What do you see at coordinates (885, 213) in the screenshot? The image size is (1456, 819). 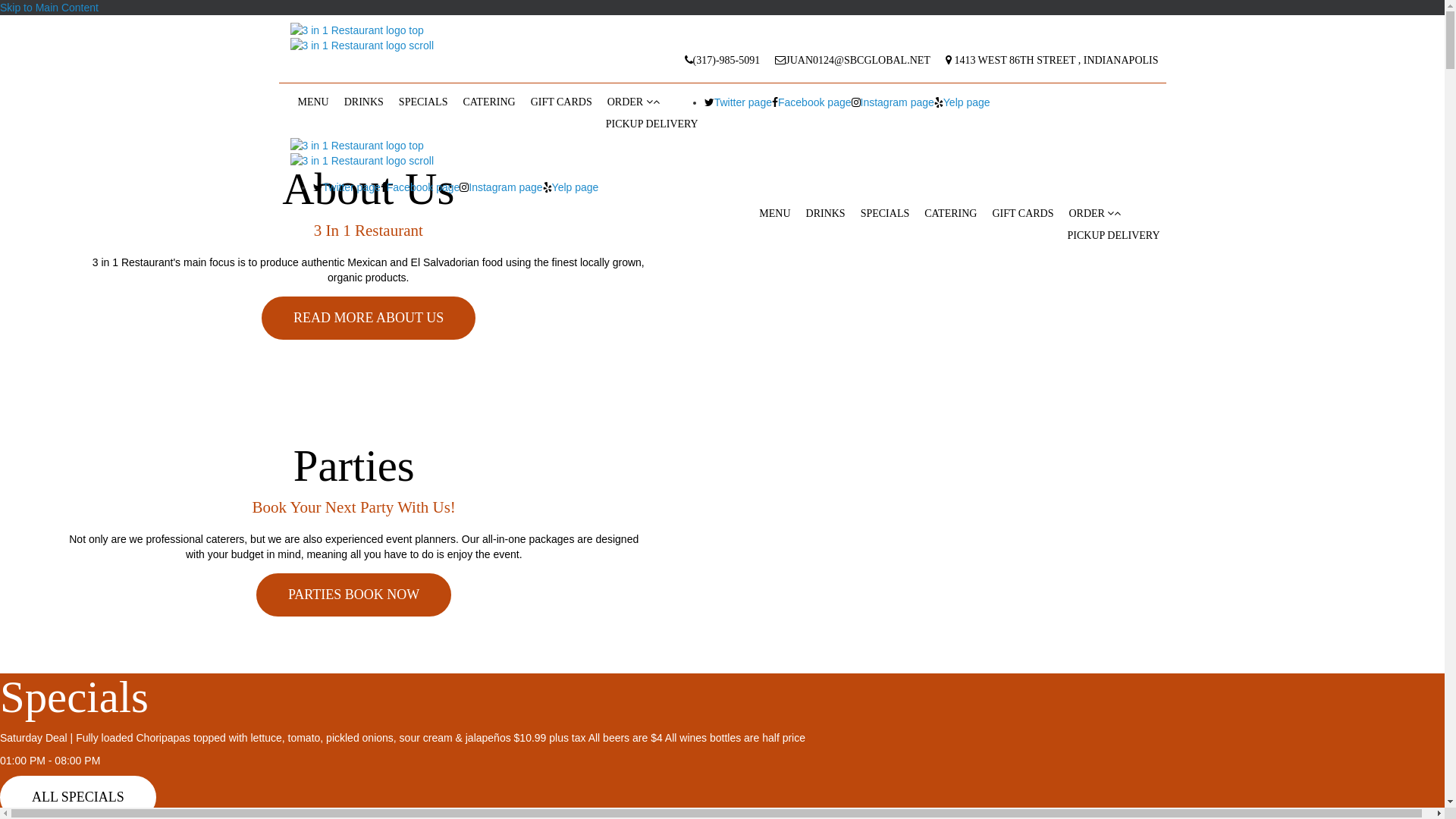 I see `'SPECIALS'` at bounding box center [885, 213].